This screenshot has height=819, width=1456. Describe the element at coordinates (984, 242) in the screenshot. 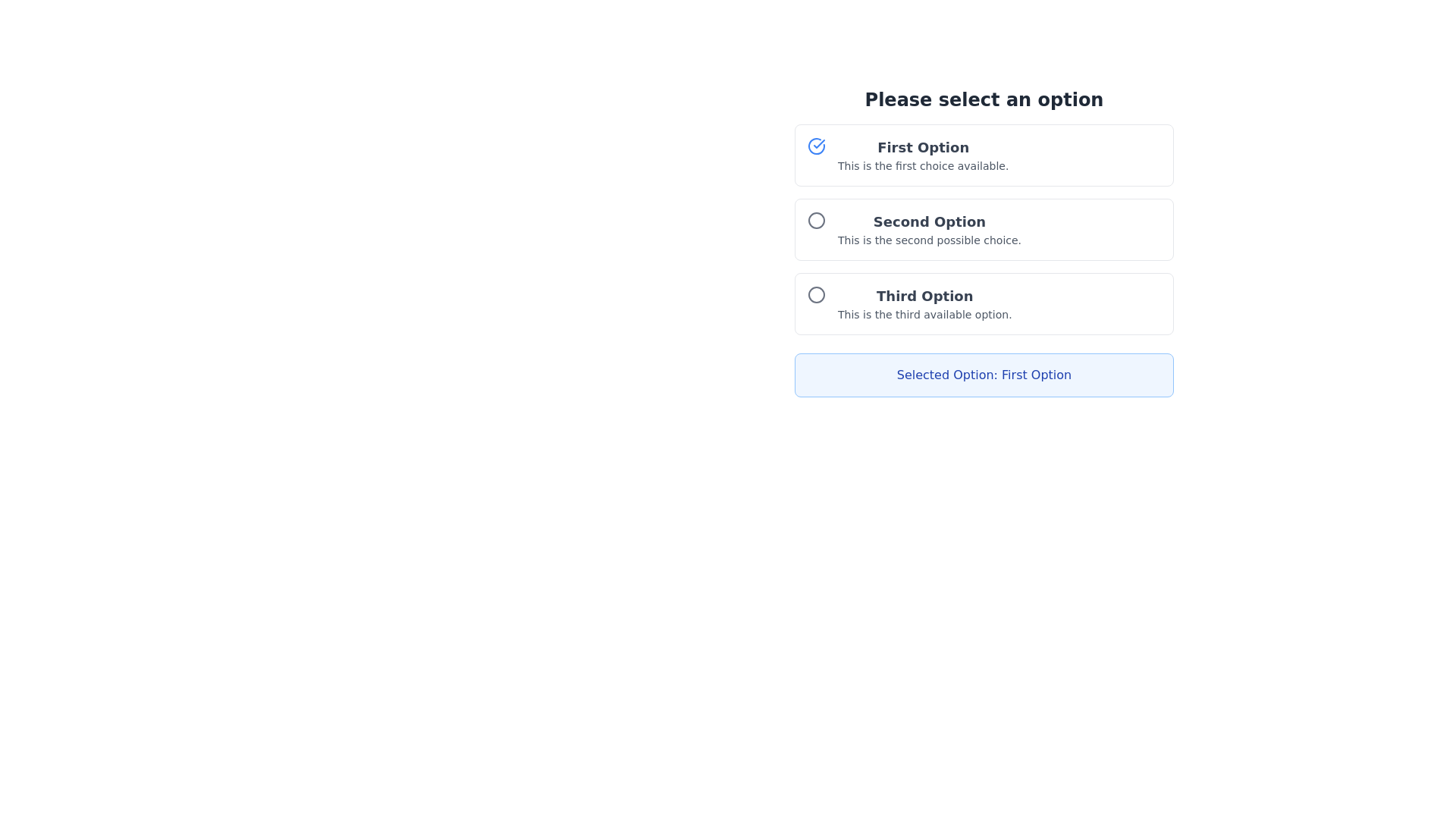

I see `the second interactive selection item, which is styled with a border and background, containing a bold title and a descriptive subtitle, located under the header 'Please select an option'` at that location.